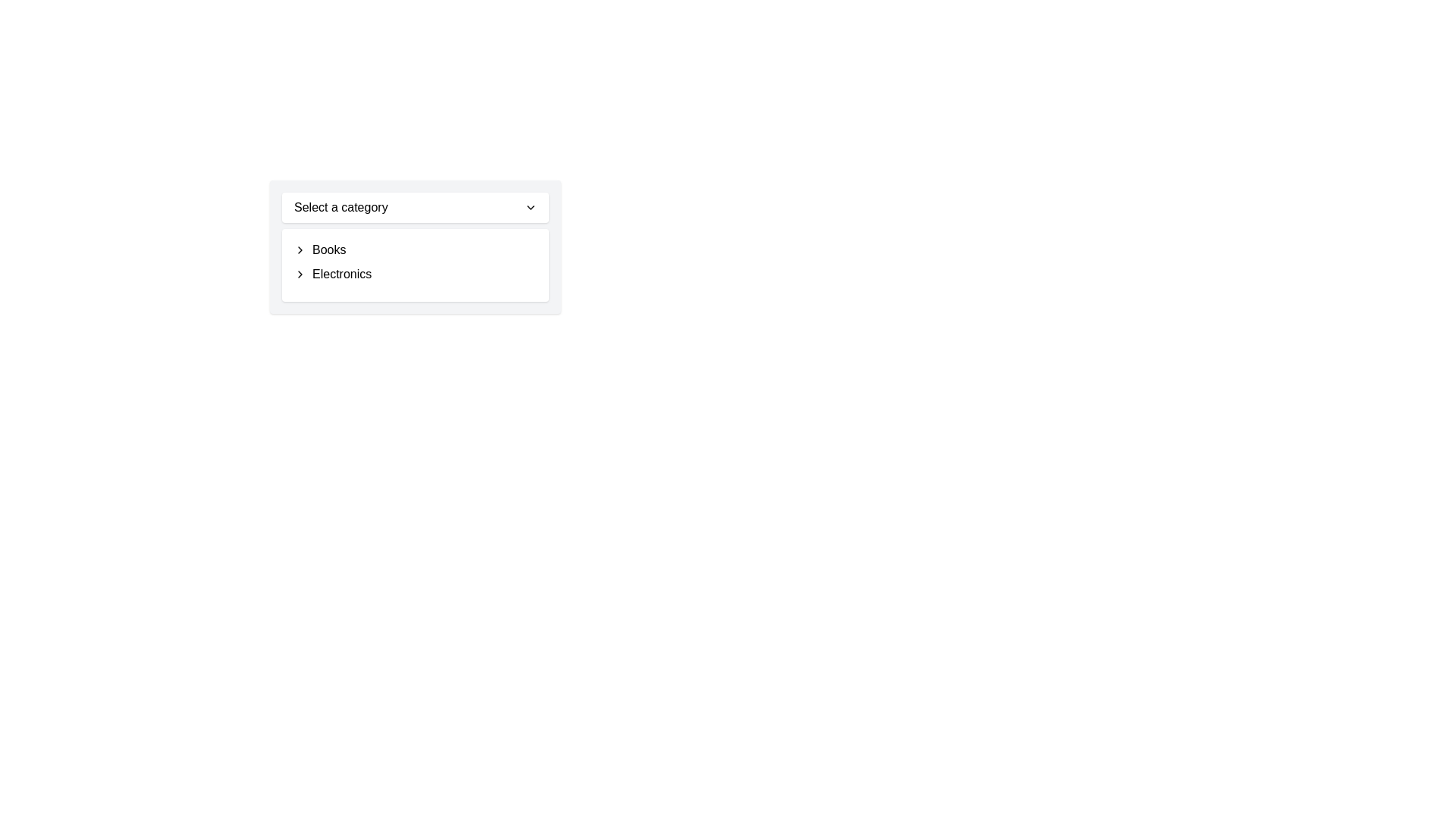 This screenshot has height=819, width=1456. I want to click on the chevron down icon located at the right edge of the 'Select a category' dropdown button, so click(531, 207).